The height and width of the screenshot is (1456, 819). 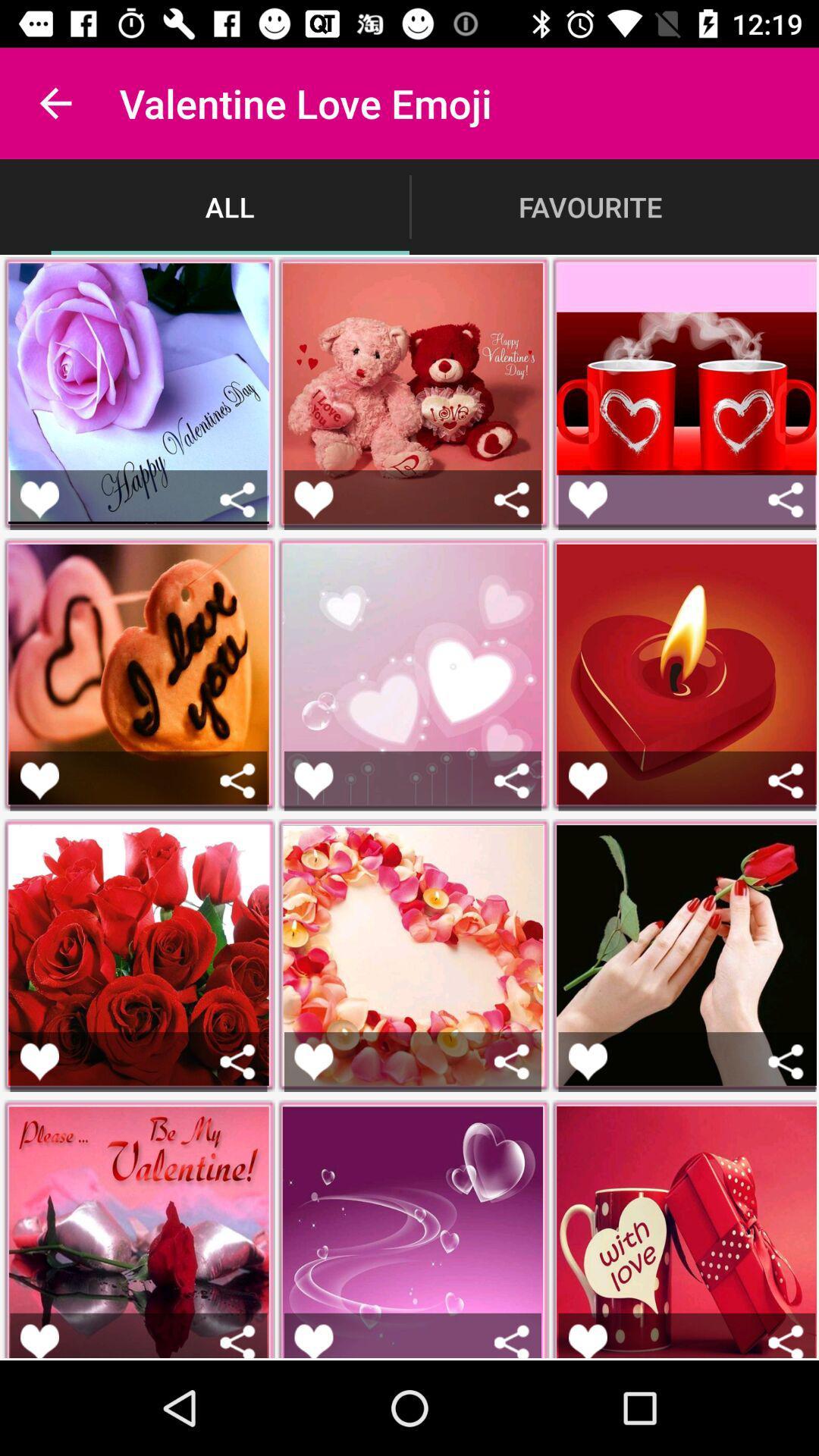 What do you see at coordinates (39, 500) in the screenshot?
I see `this is a proposal card` at bounding box center [39, 500].